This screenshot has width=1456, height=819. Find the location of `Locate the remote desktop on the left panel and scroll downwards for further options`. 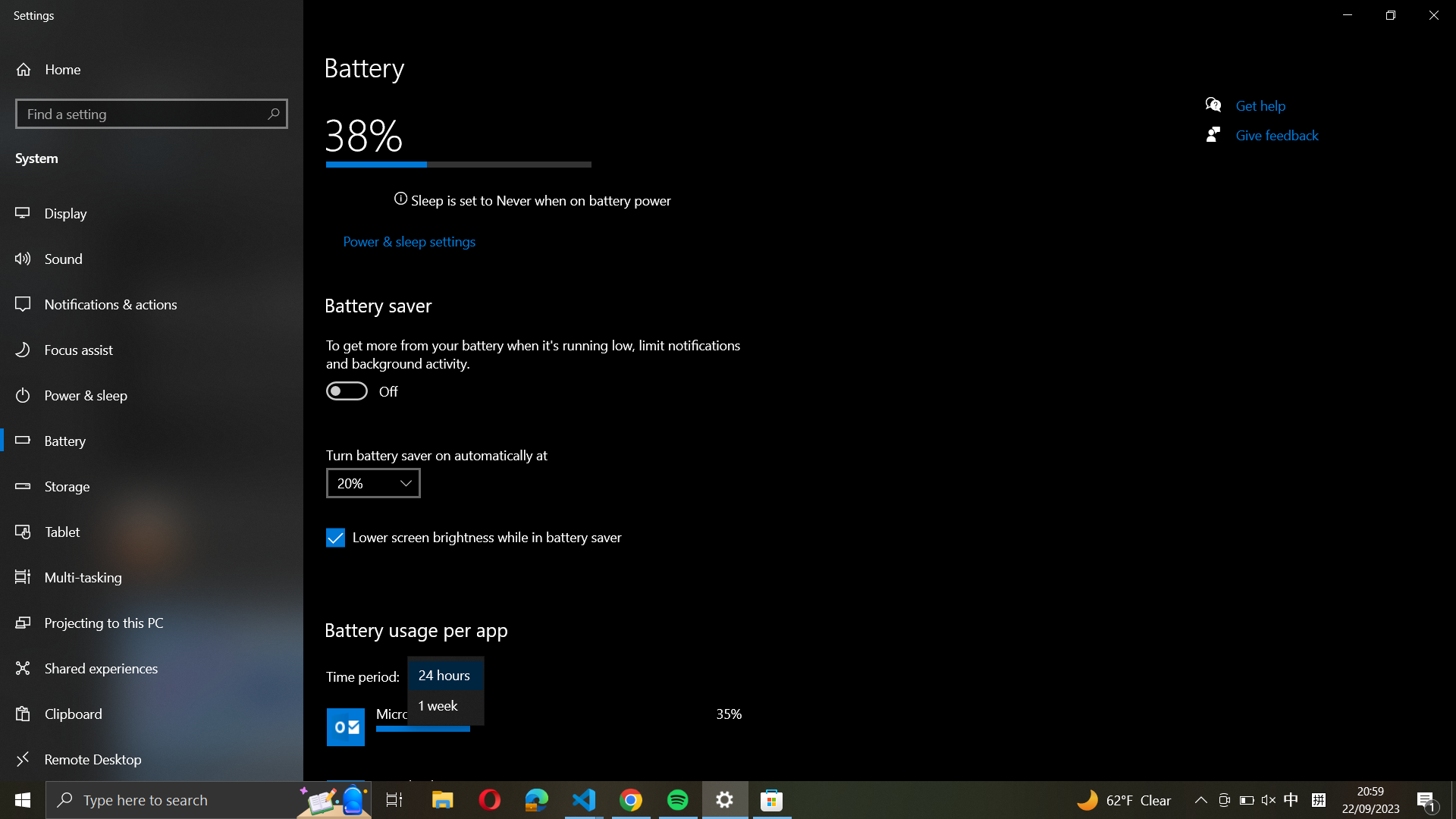

Locate the remote desktop on the left panel and scroll downwards for further options is located at coordinates (295568, 821047).